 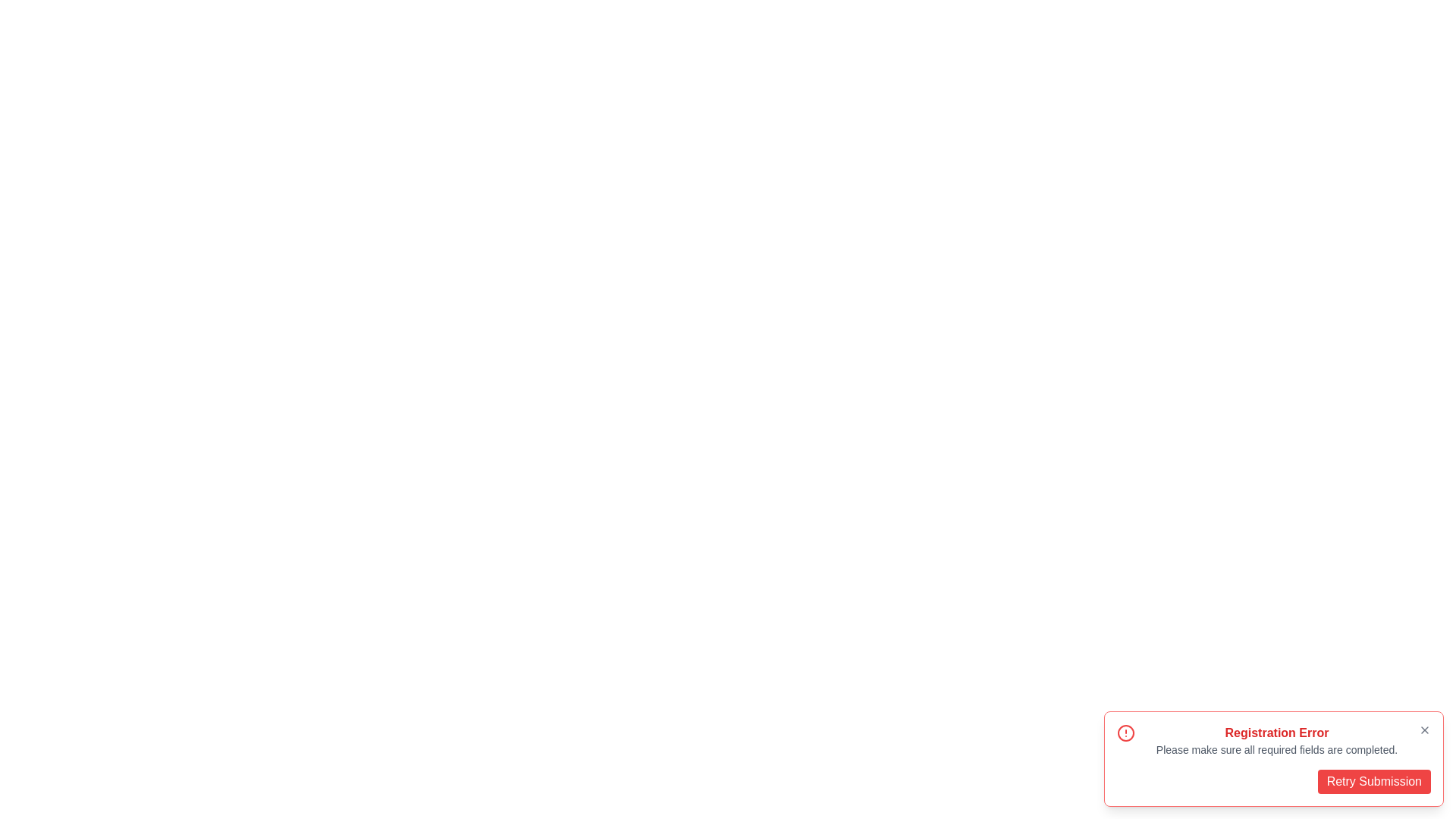 What do you see at coordinates (1423, 730) in the screenshot?
I see `the close button located at the top-right corner of the error message panel to change its color` at bounding box center [1423, 730].